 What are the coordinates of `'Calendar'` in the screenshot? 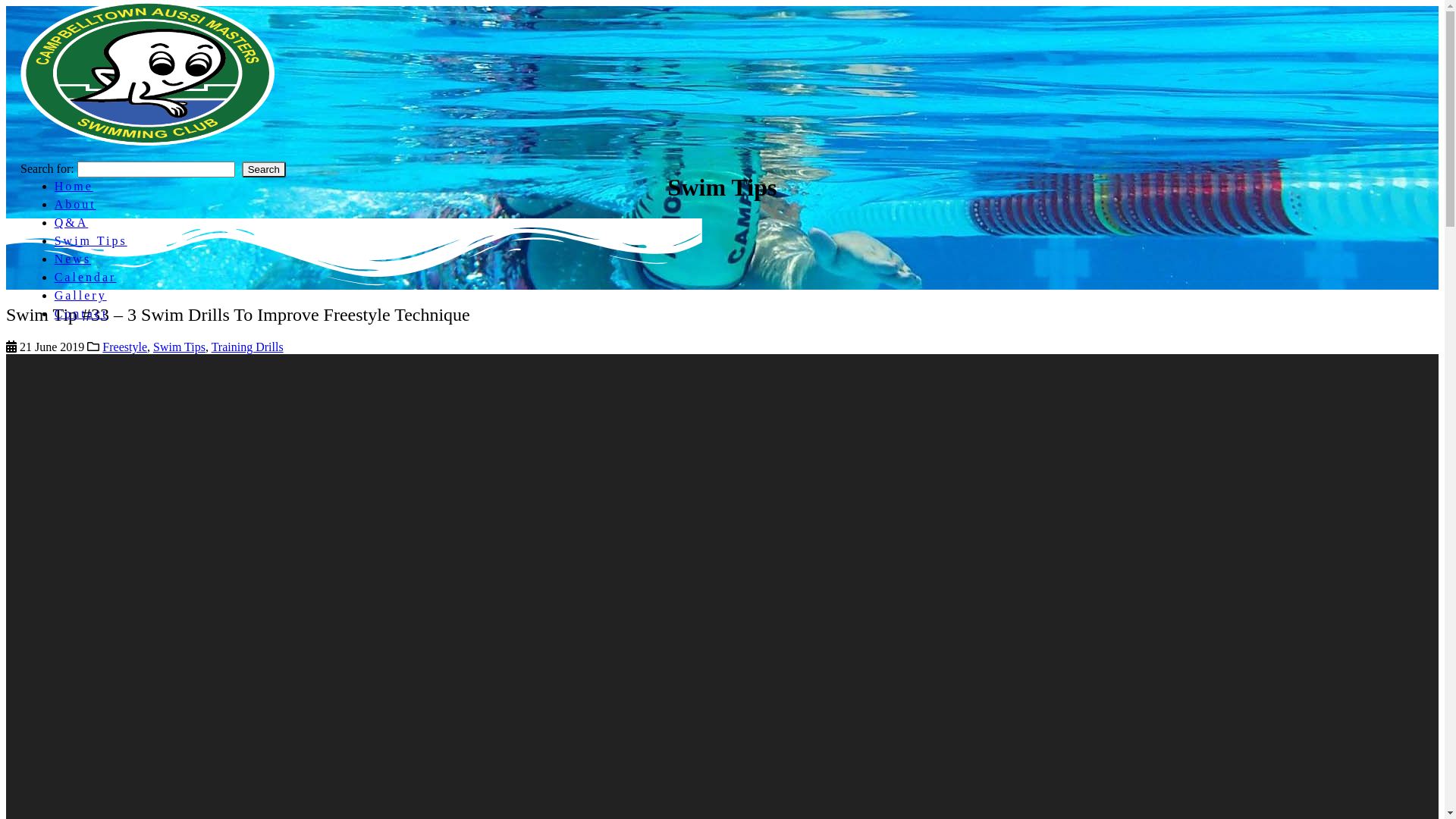 It's located at (85, 277).